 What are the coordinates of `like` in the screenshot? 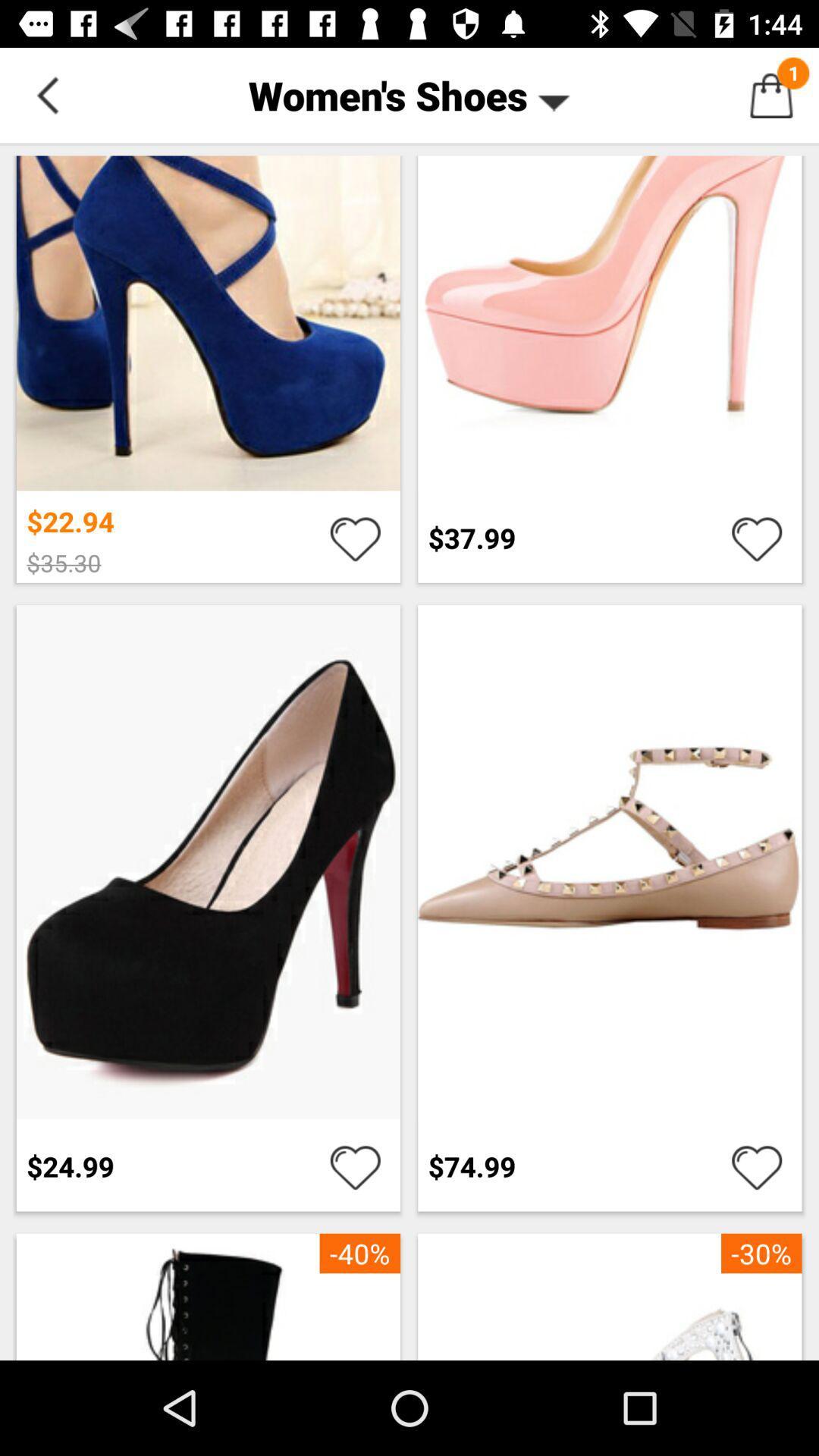 It's located at (757, 538).